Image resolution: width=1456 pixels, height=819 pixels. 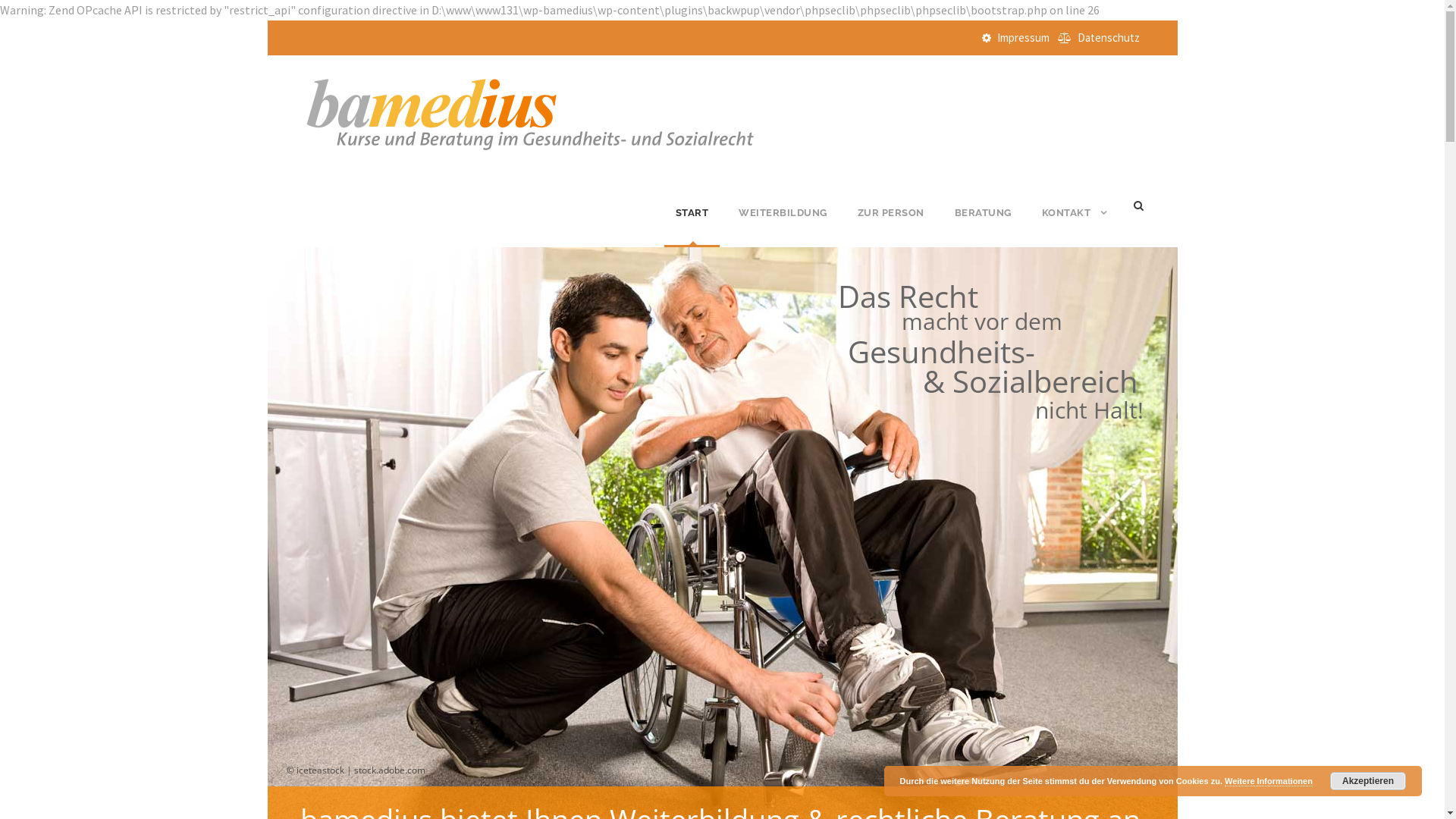 I want to click on 'START', so click(x=691, y=225).